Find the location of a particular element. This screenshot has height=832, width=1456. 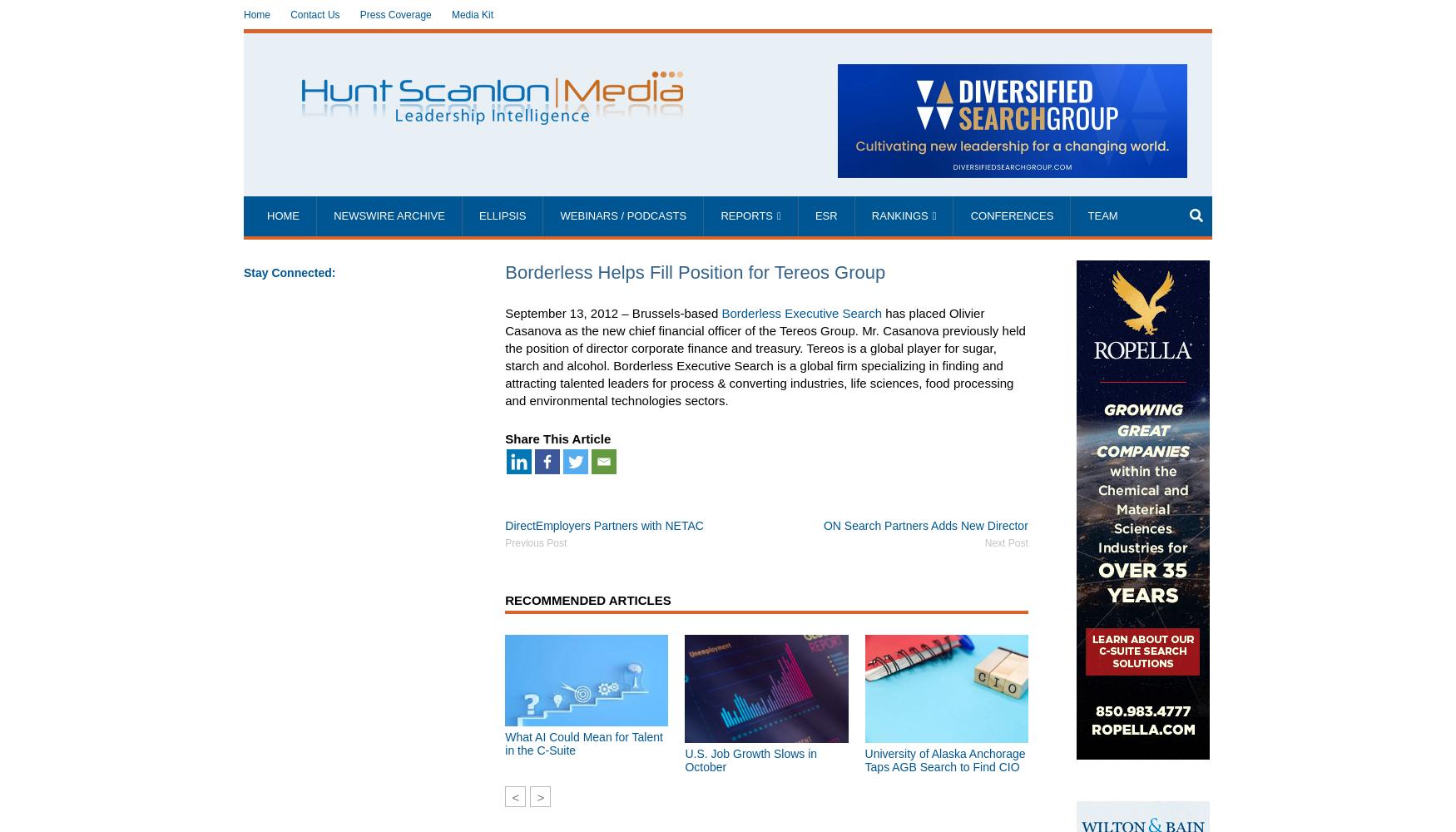

'Ellipsis' is located at coordinates (478, 215).